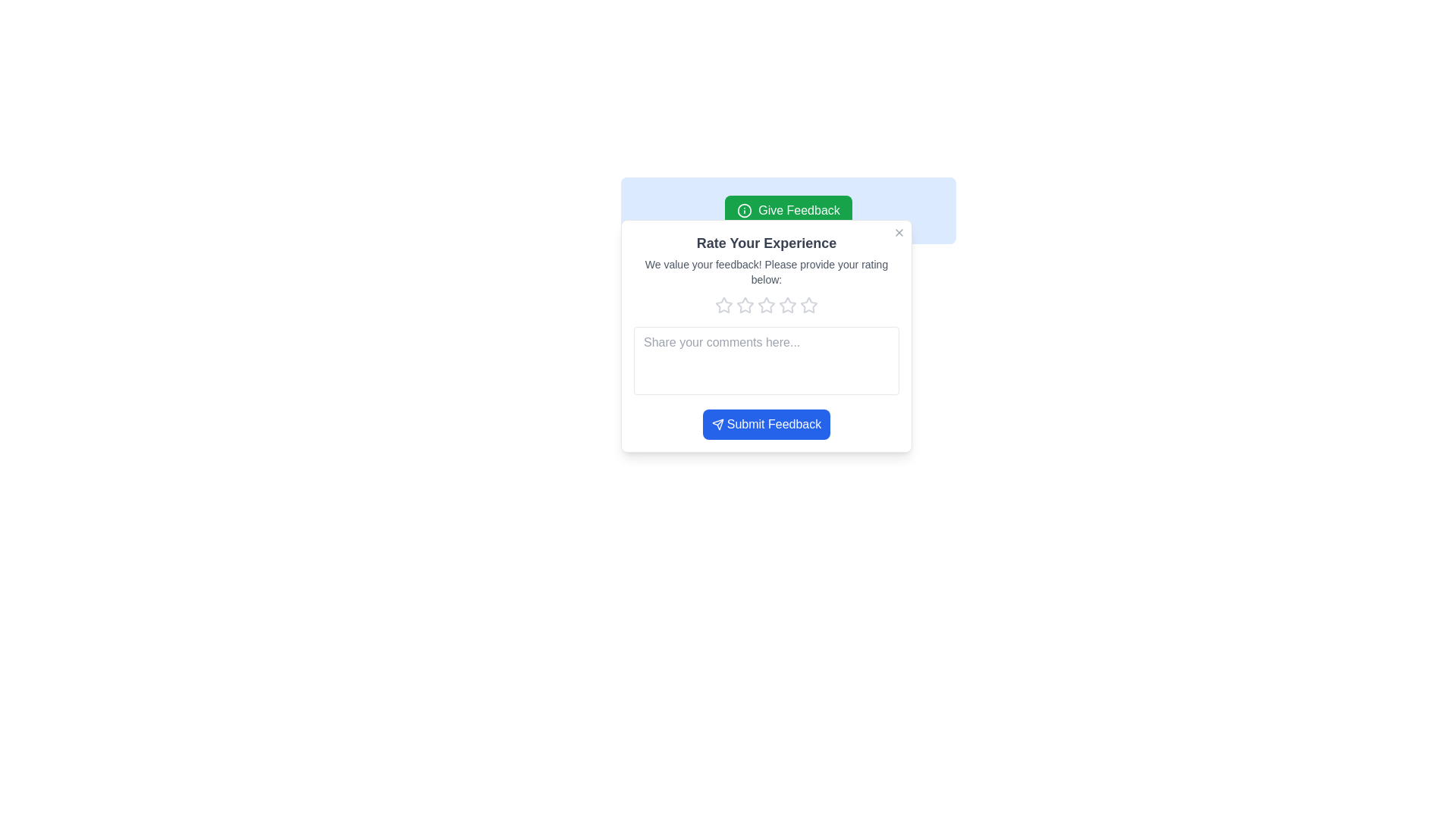  Describe the element at coordinates (789, 210) in the screenshot. I see `the green 'Give Feedback' button located centrally within its light blue background to initiate feedback submission` at that location.